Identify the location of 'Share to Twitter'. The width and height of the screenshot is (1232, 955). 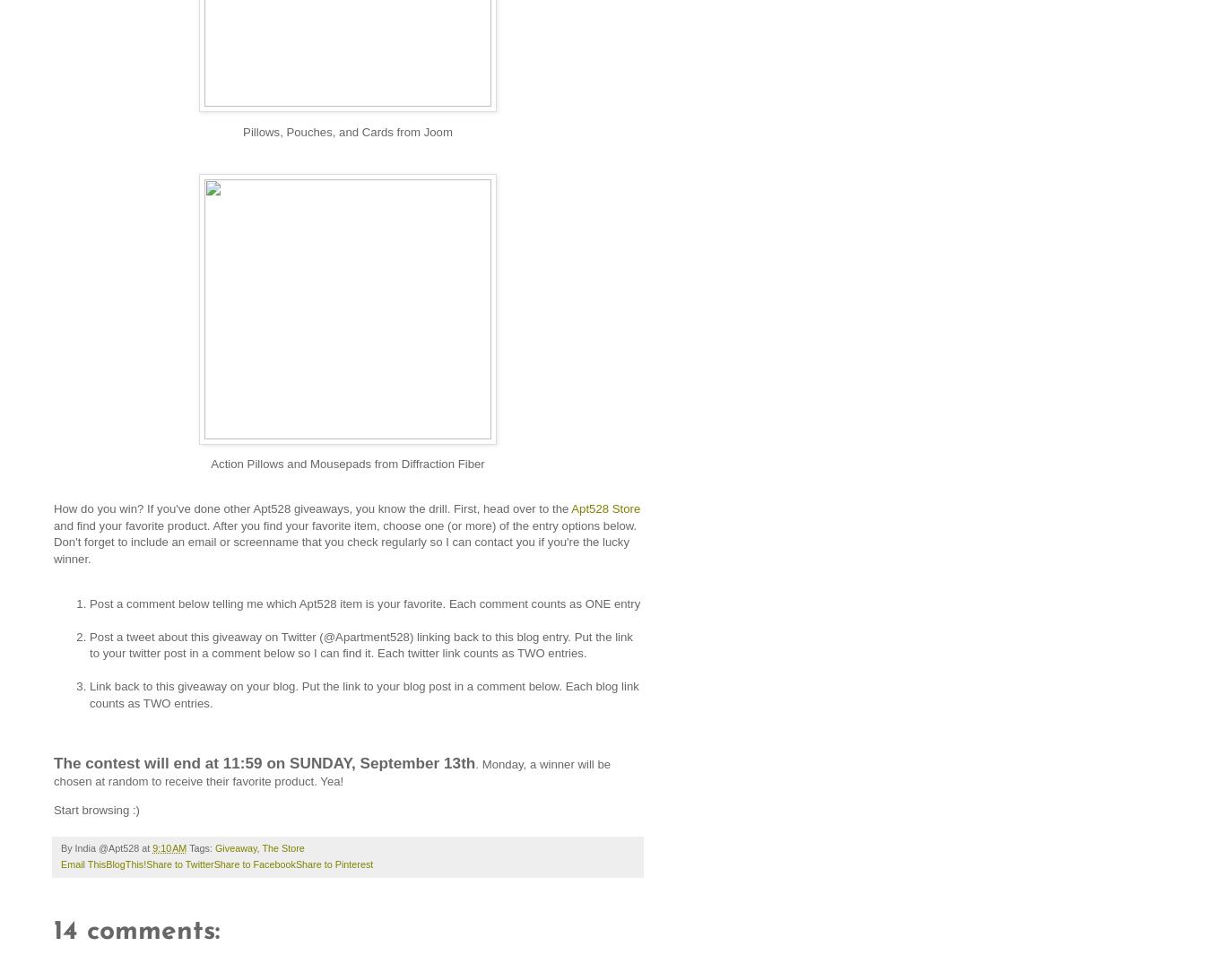
(178, 863).